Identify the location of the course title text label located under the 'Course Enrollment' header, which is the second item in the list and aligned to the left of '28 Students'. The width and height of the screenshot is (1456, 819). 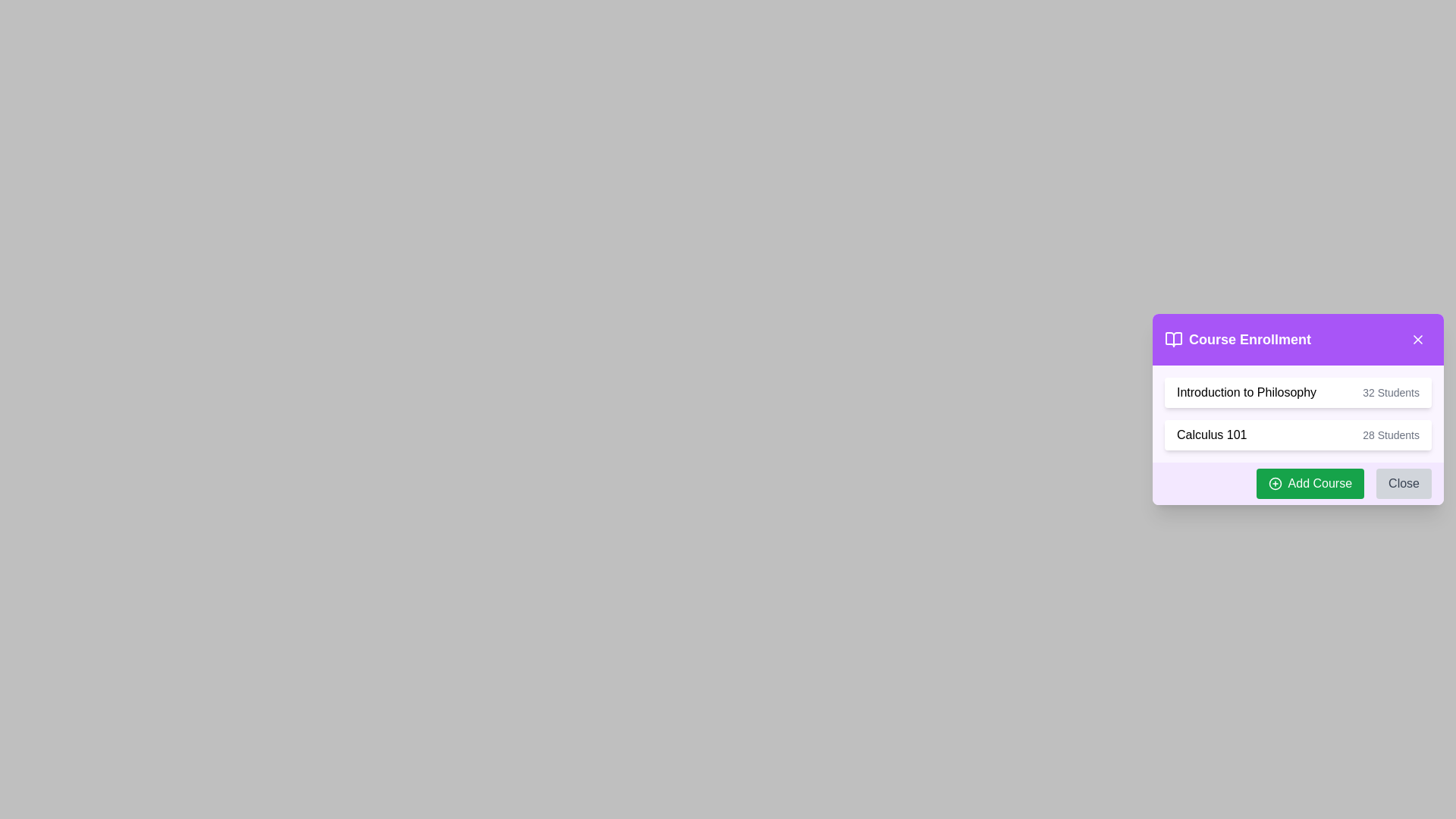
(1211, 435).